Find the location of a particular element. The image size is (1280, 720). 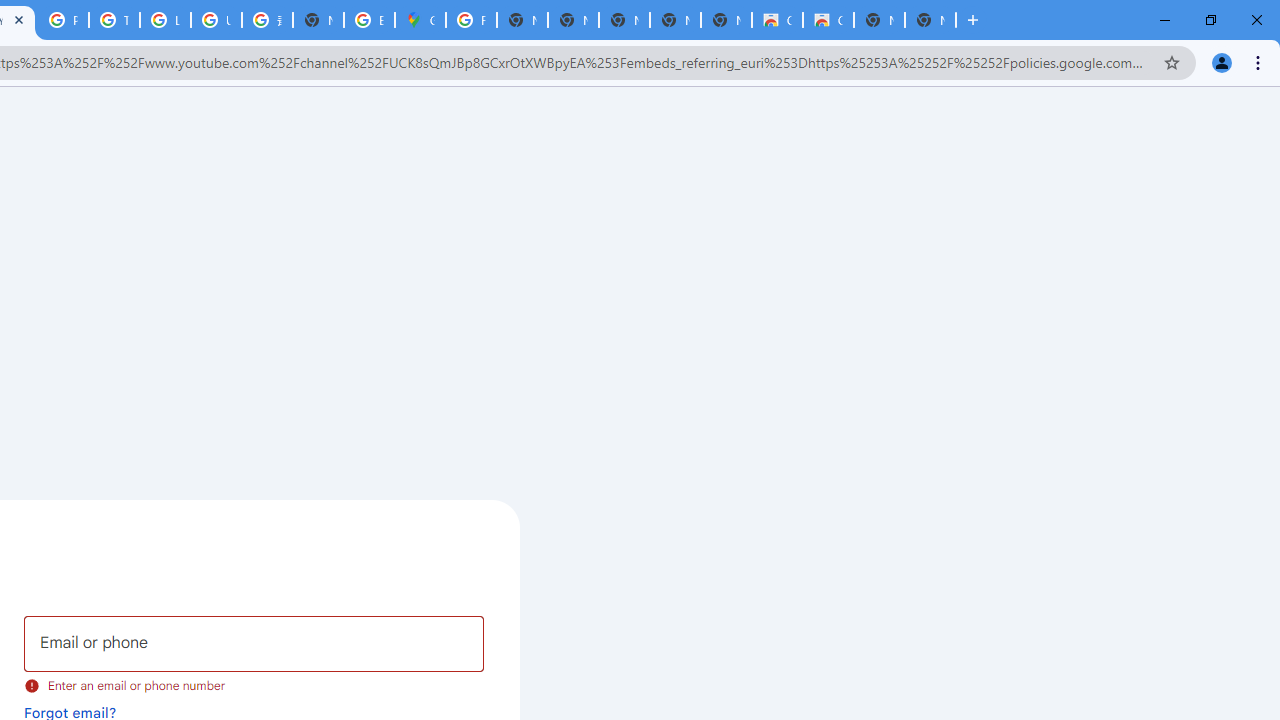

'Google Maps' is located at coordinates (419, 20).